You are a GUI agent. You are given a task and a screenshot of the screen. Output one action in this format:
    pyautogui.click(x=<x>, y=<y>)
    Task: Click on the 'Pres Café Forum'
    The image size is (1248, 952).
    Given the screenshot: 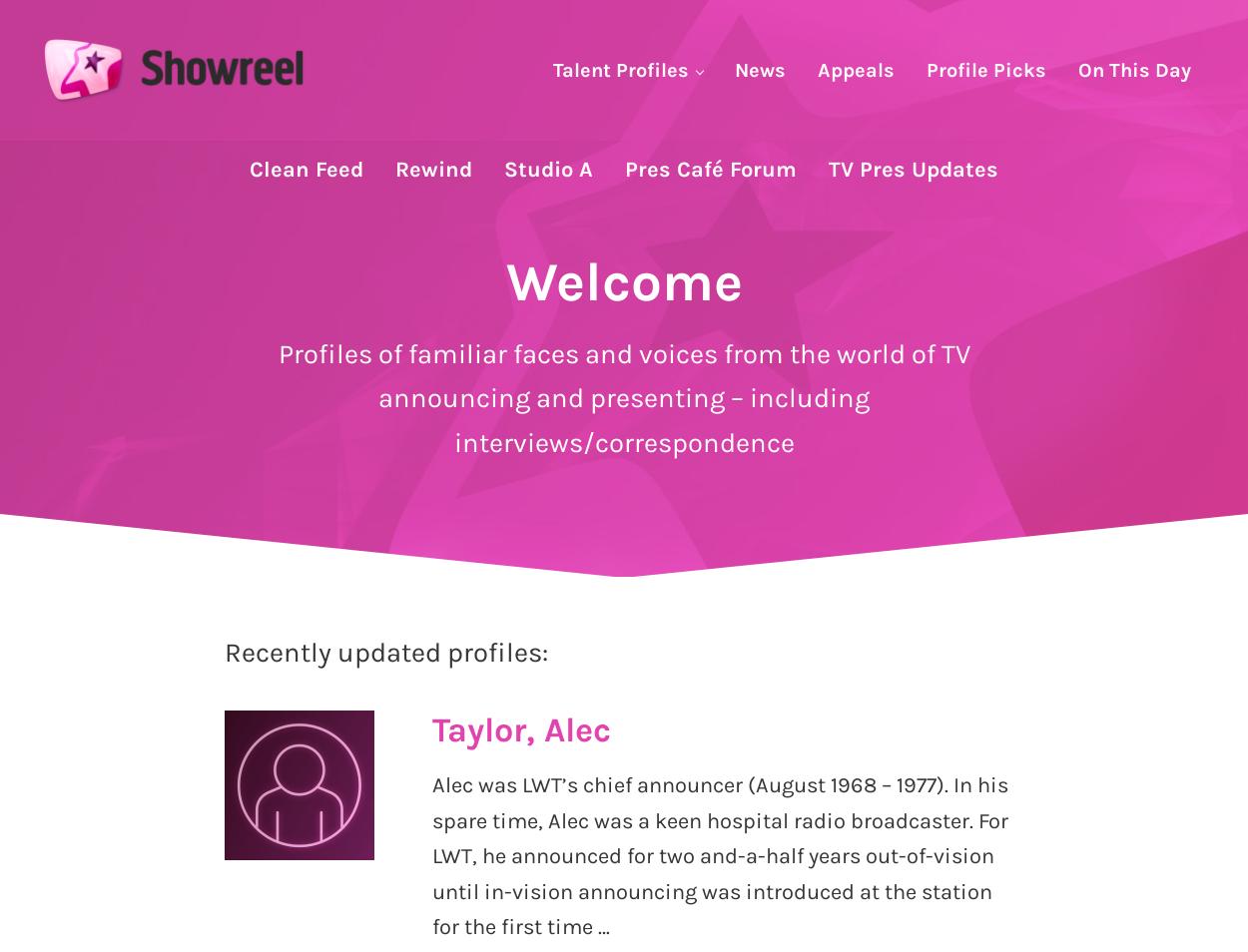 What is the action you would take?
    pyautogui.click(x=710, y=169)
    